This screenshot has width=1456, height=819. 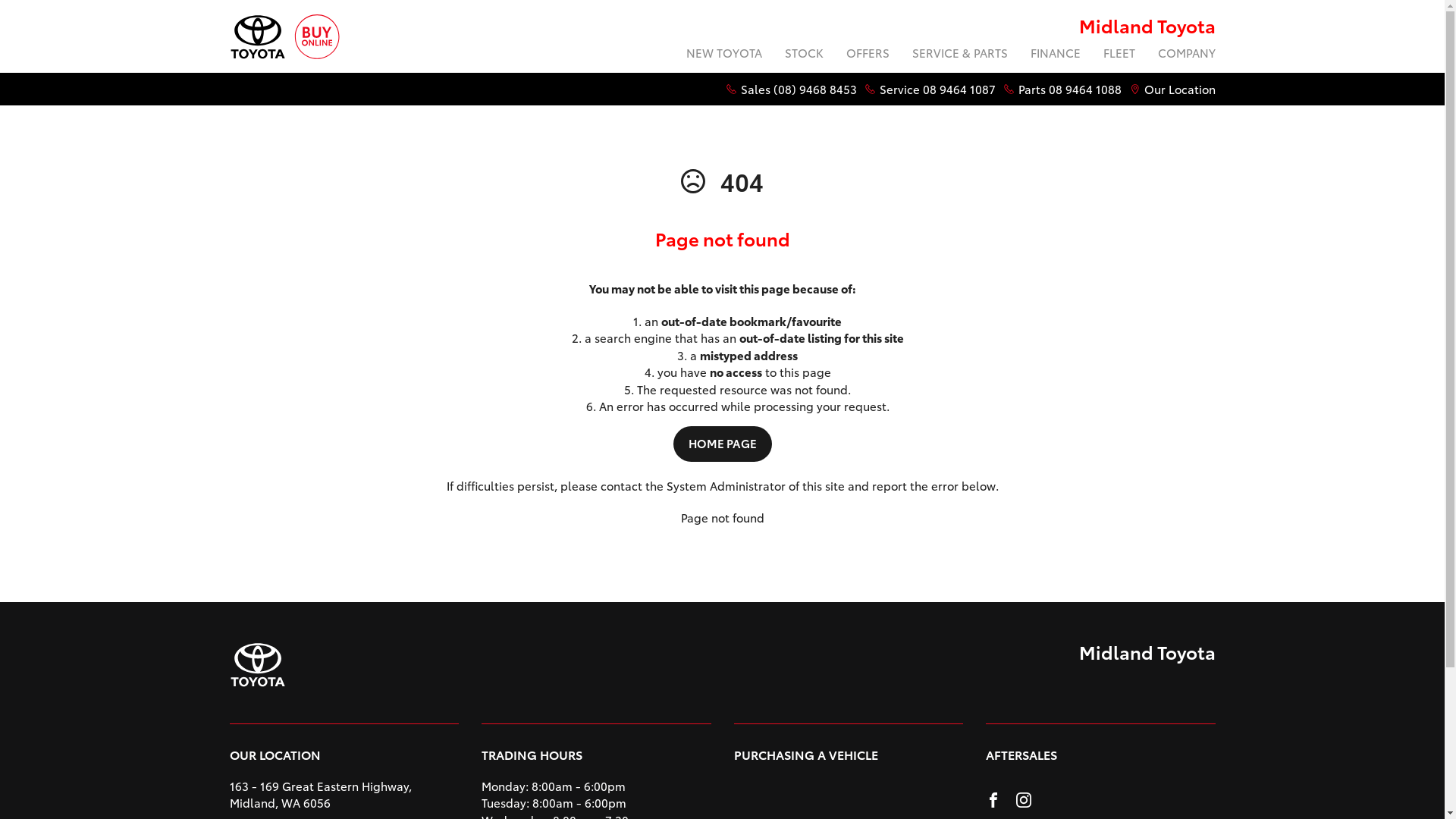 What do you see at coordinates (1019, 54) in the screenshot?
I see `'FINANCE'` at bounding box center [1019, 54].